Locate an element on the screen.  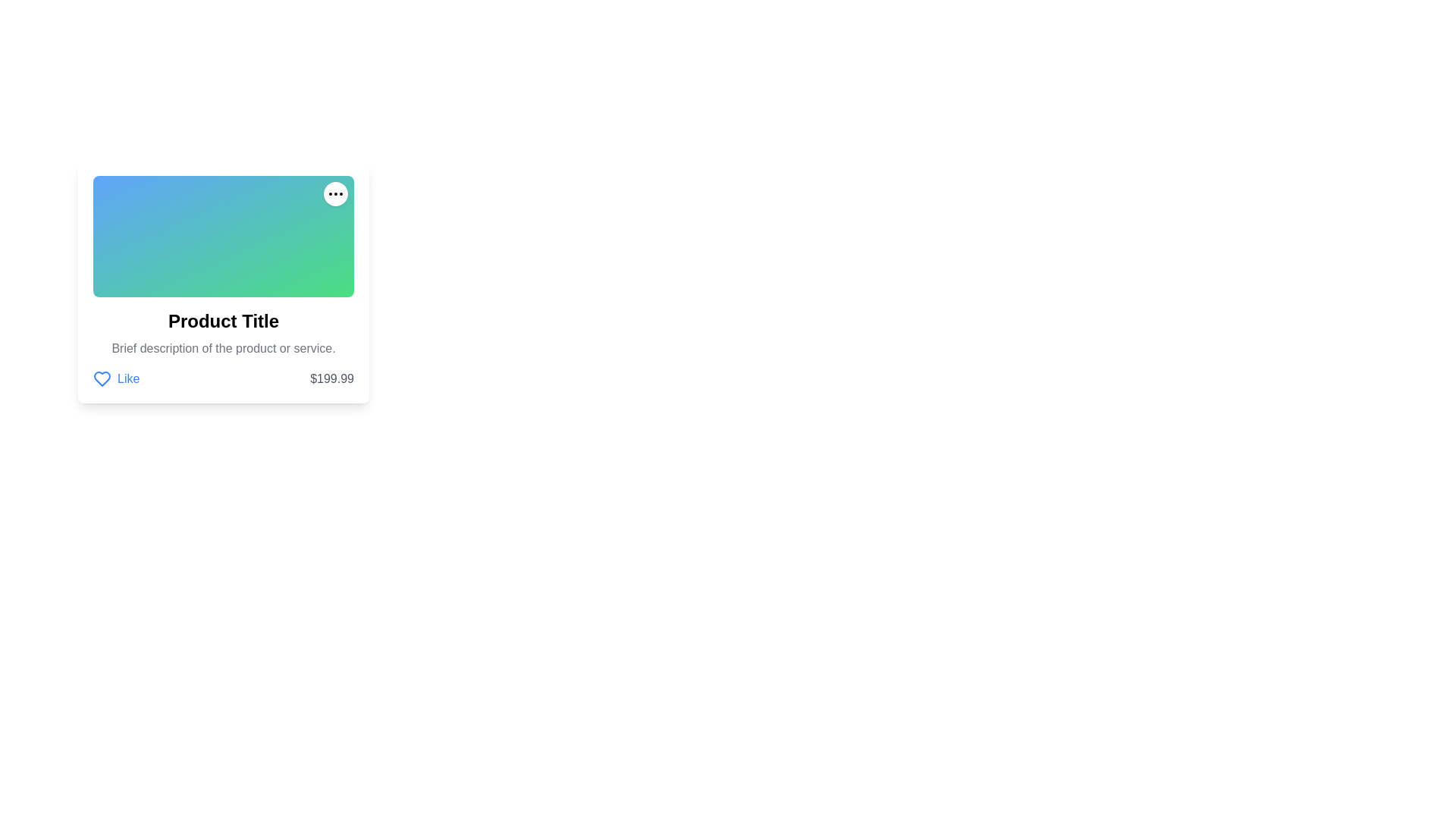
text content of the gray text component displaying 'Brief description of the product or service.' which is located below the 'Product Title' and above the 'Like' indicator is located at coordinates (222, 348).